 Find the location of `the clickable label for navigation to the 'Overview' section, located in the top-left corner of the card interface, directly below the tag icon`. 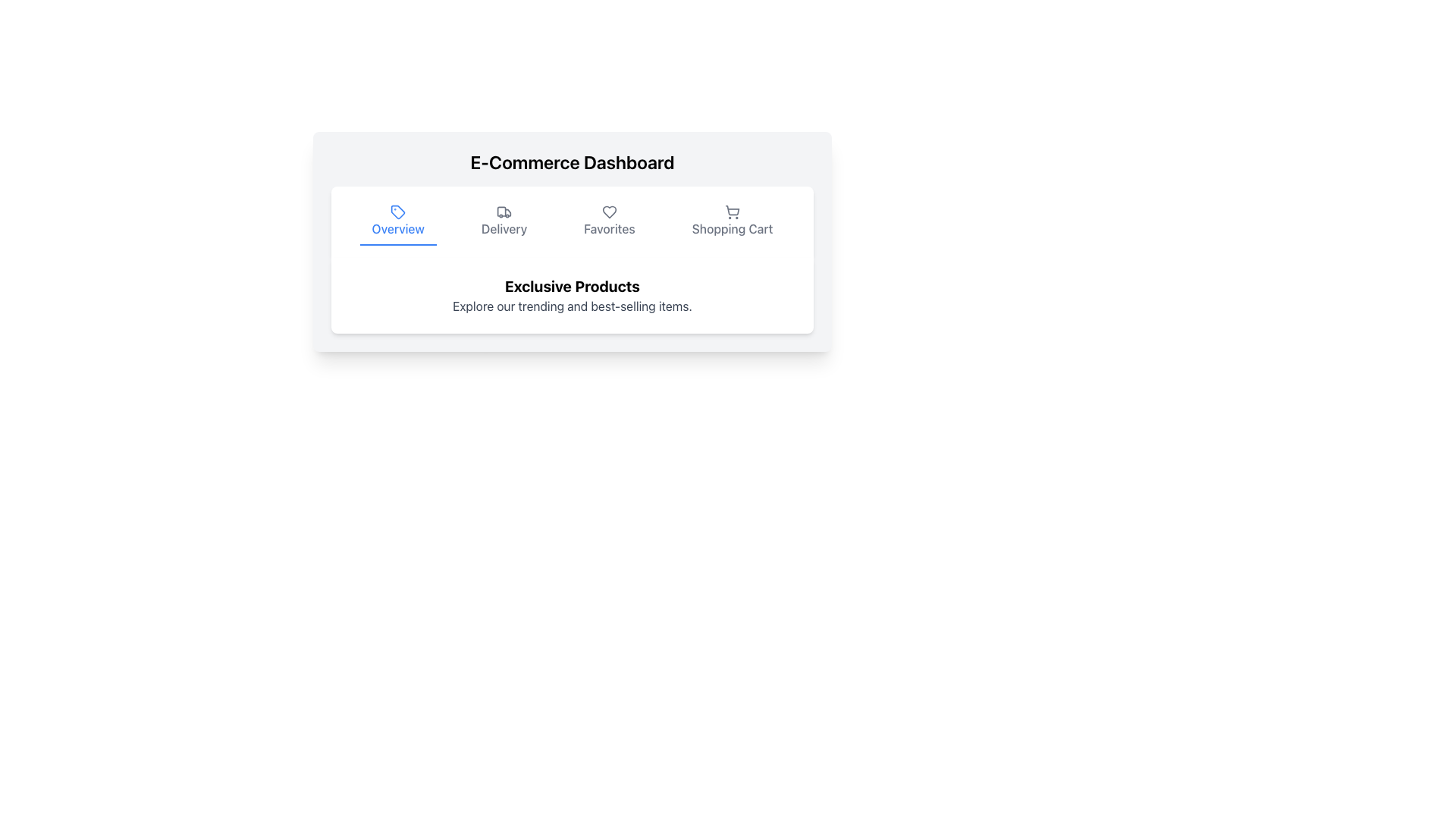

the clickable label for navigation to the 'Overview' section, located in the top-left corner of the card interface, directly below the tag icon is located at coordinates (398, 228).